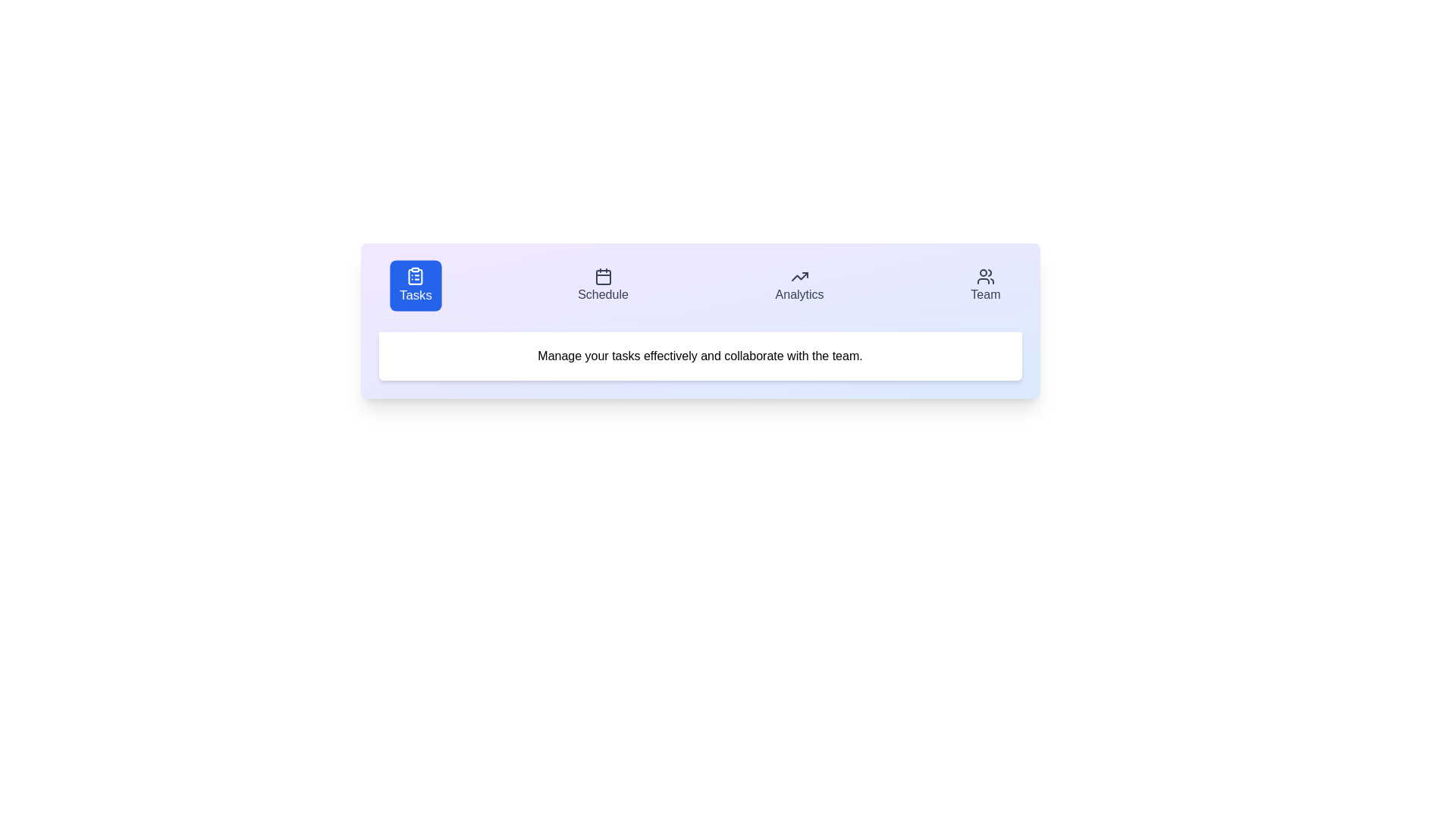 This screenshot has height=819, width=1456. I want to click on the Schedule button to observe its visual change, so click(602, 286).